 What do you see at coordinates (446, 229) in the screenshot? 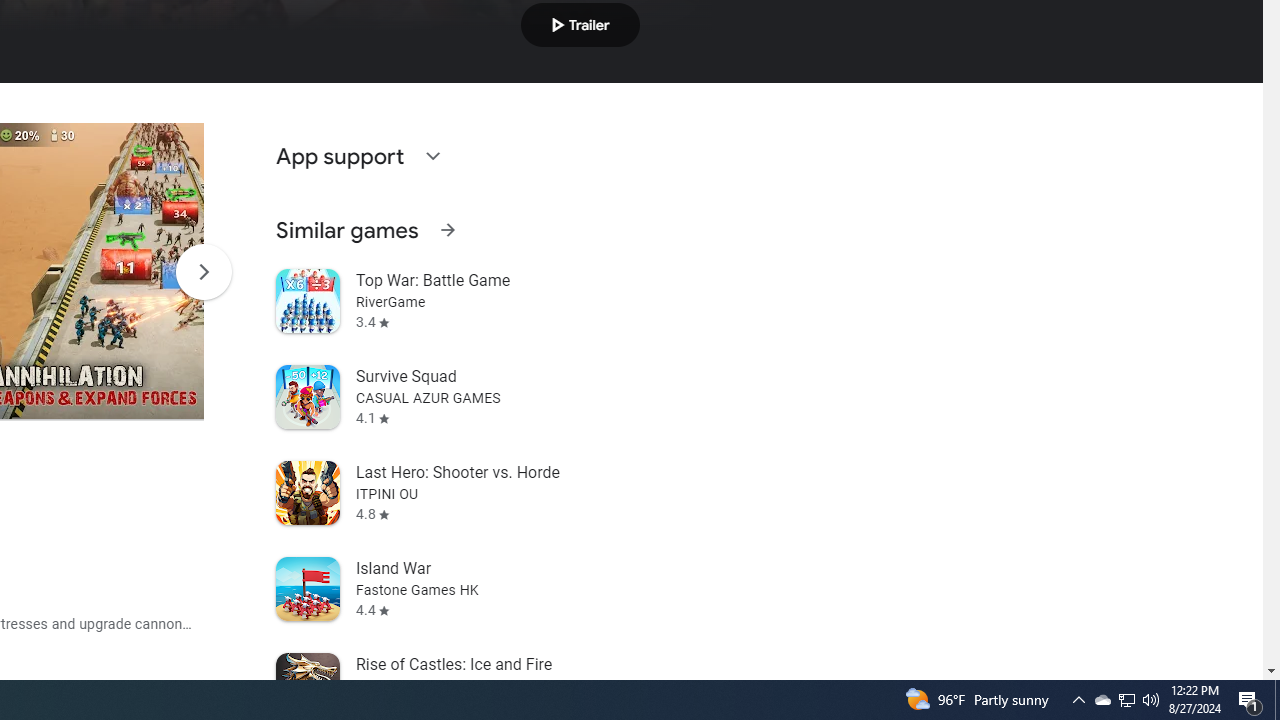
I see `'See more information on Similar games'` at bounding box center [446, 229].